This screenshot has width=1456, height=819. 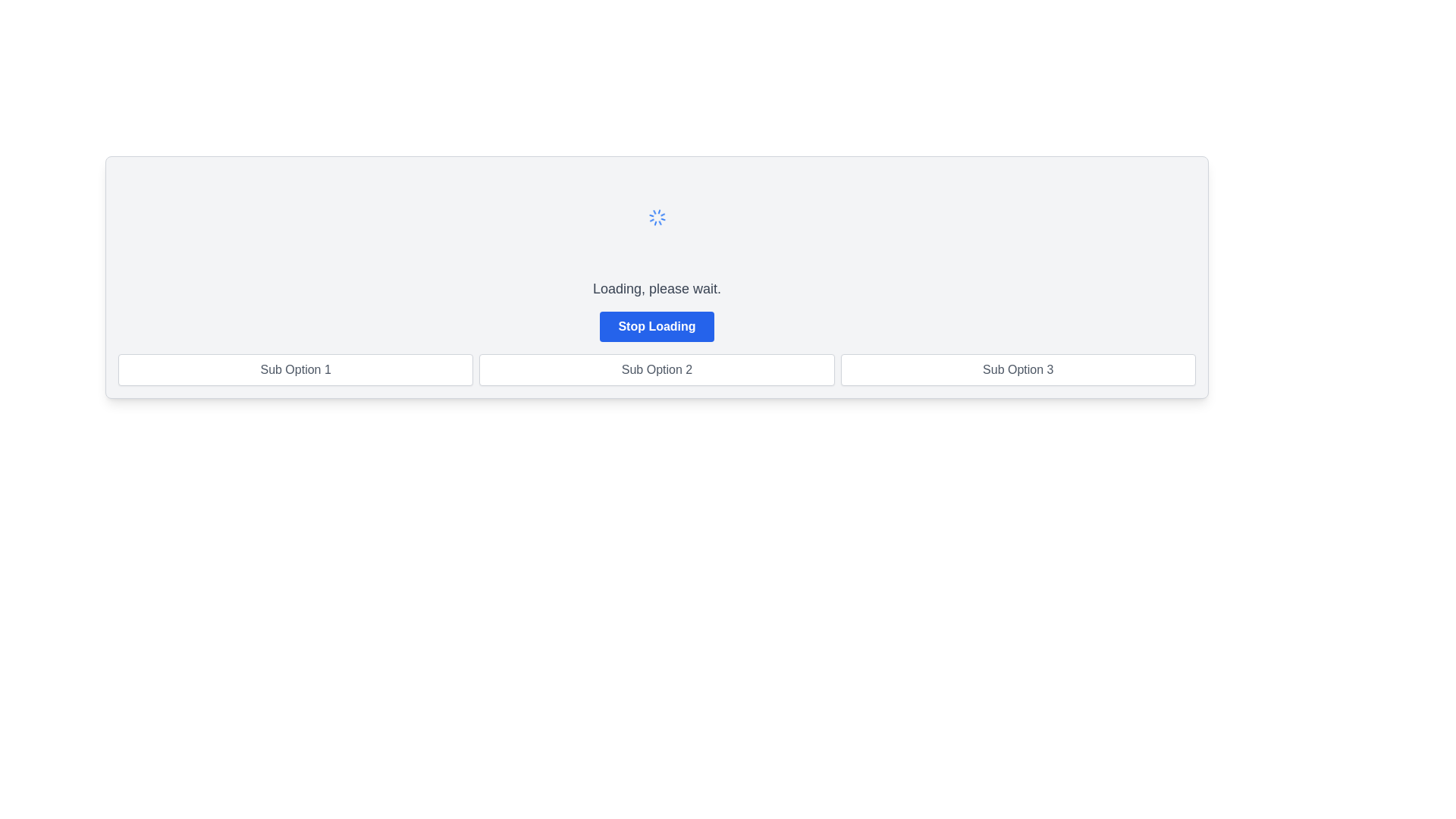 What do you see at coordinates (1018, 370) in the screenshot?
I see `the non-interactive placeholder button labeled 'Sub Option 3', which is the third button in a group of three horizontally aligned buttons` at bounding box center [1018, 370].